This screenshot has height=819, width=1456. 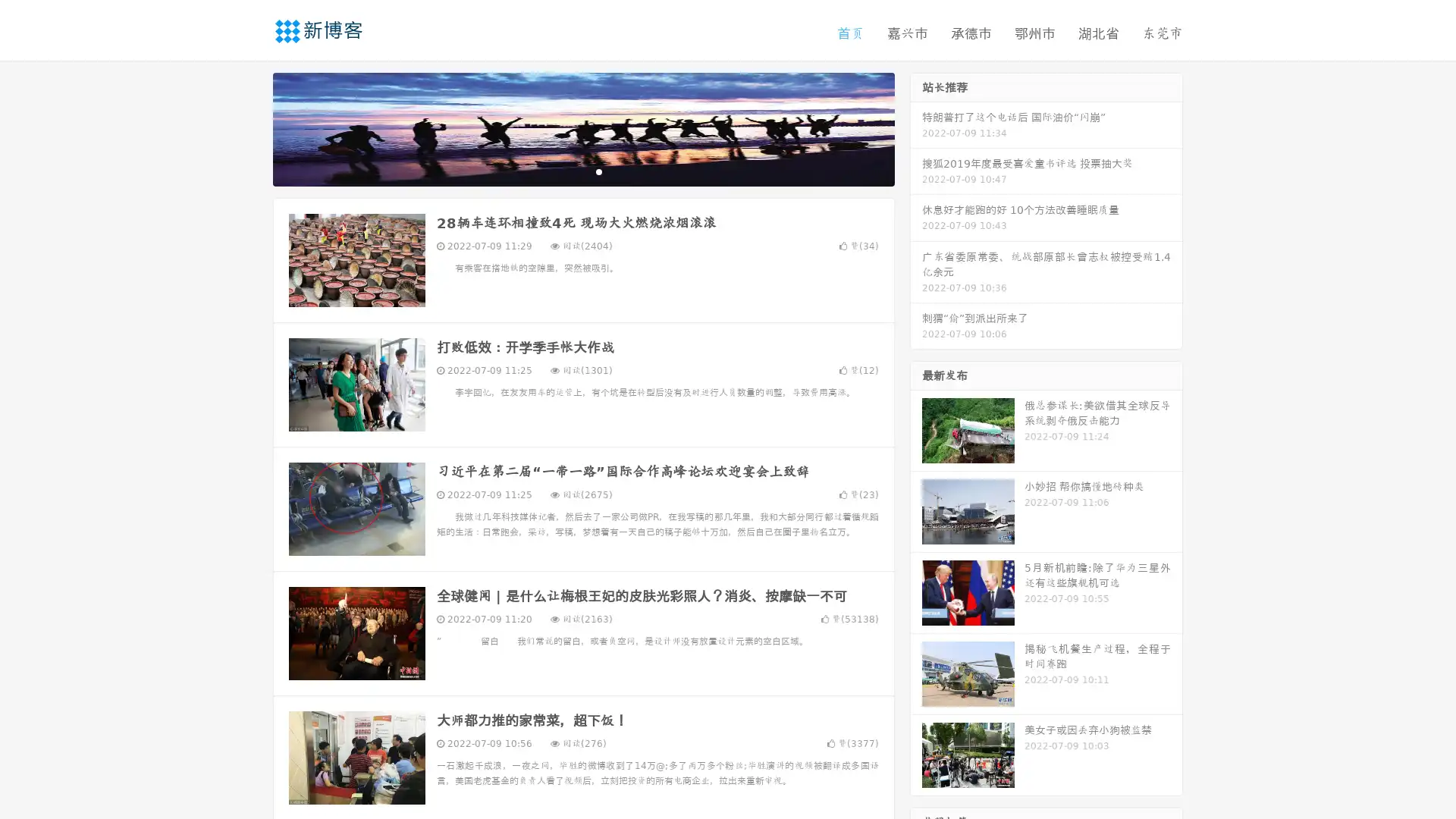 I want to click on Previous slide, so click(x=250, y=127).